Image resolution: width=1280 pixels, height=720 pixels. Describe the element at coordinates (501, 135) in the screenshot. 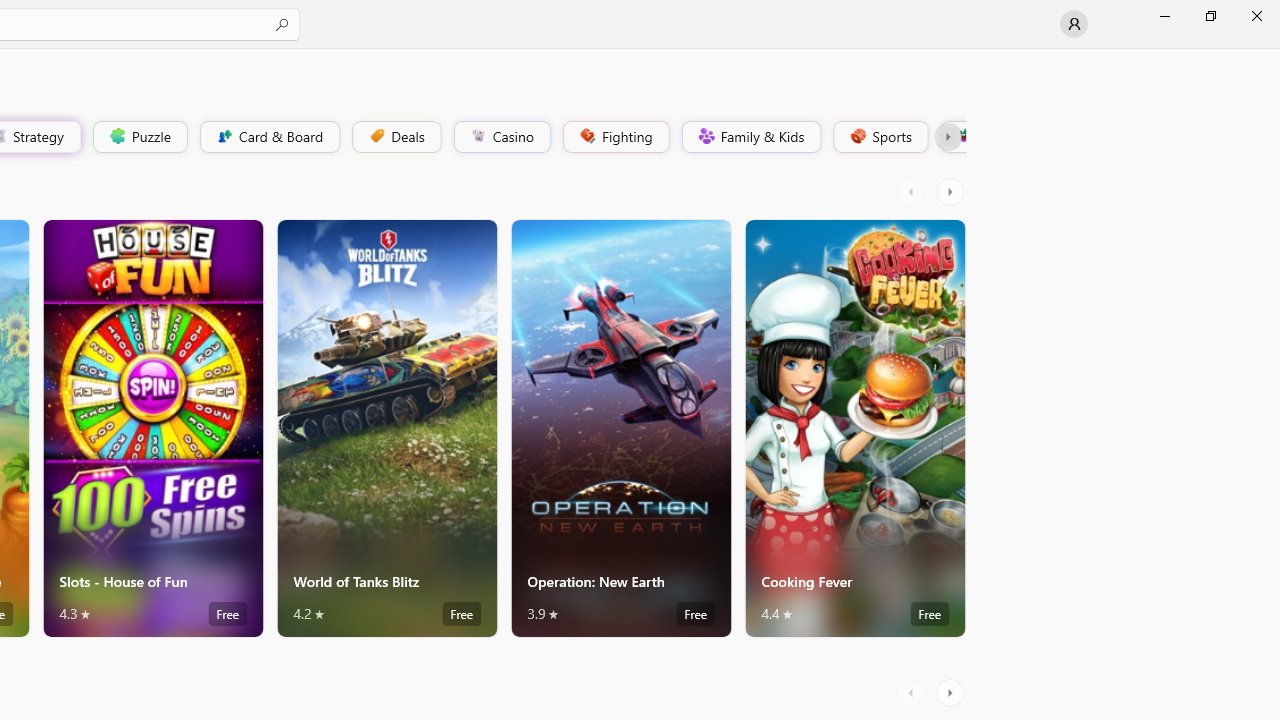

I see `'Casino'` at that location.